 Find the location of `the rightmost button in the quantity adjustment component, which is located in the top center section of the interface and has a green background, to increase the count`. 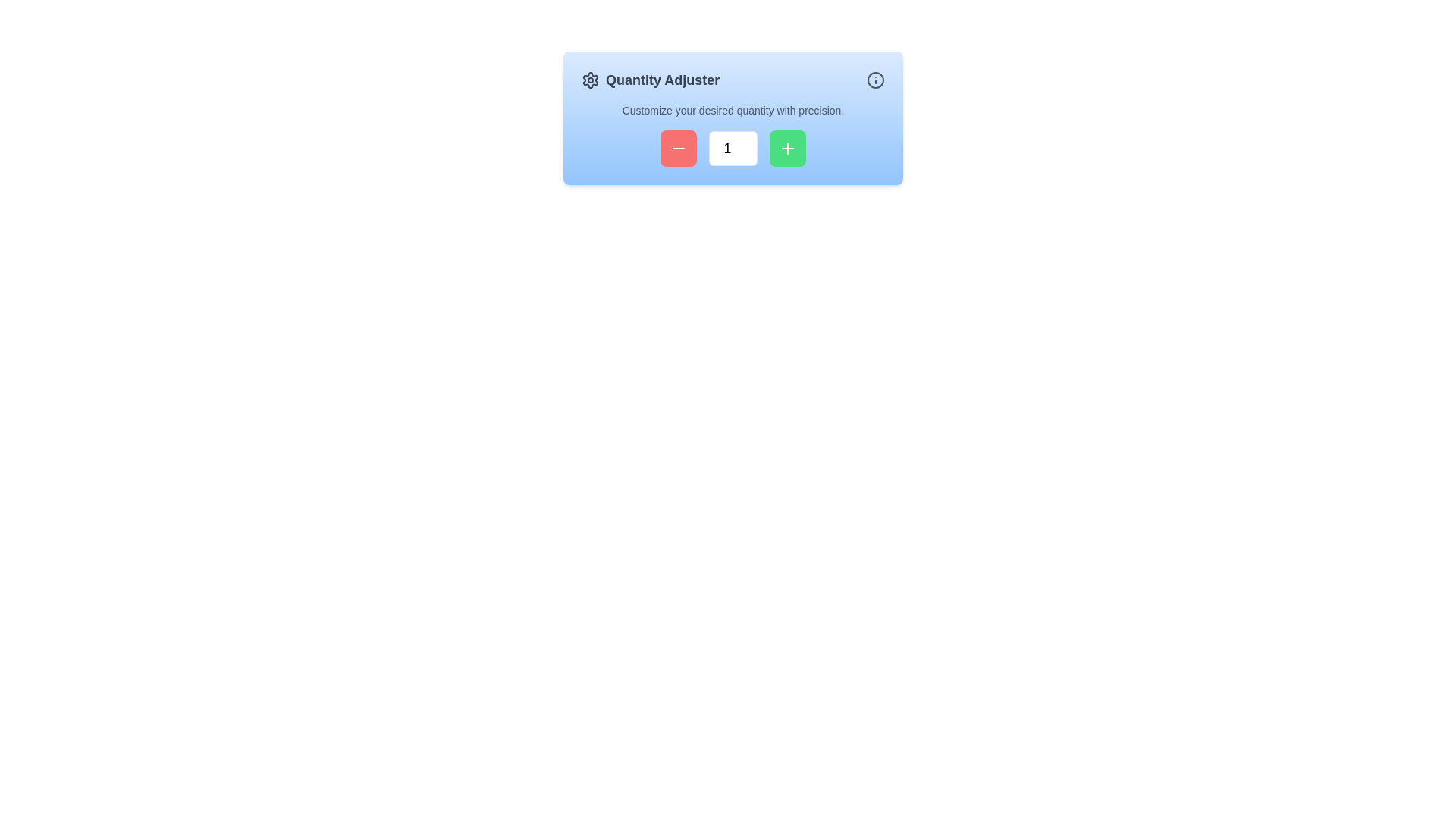

the rightmost button in the quantity adjustment component, which is located in the top center section of the interface and has a green background, to increase the count is located at coordinates (787, 149).